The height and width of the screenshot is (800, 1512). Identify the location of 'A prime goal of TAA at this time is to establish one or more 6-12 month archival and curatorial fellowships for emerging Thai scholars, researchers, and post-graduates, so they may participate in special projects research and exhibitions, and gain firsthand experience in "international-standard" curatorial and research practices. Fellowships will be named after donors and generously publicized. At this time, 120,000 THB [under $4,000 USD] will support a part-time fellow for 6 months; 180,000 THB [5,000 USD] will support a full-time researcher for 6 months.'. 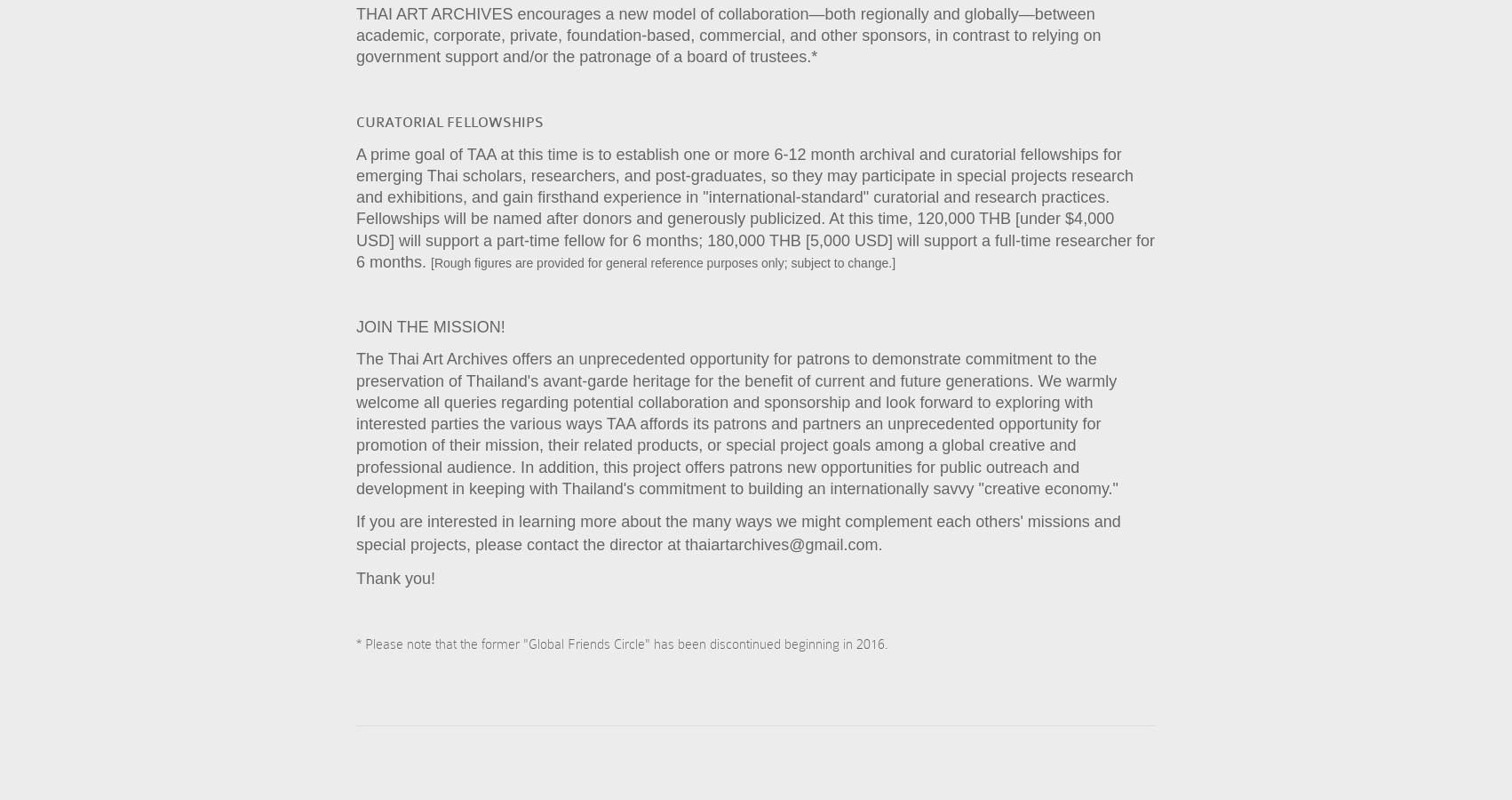
(754, 207).